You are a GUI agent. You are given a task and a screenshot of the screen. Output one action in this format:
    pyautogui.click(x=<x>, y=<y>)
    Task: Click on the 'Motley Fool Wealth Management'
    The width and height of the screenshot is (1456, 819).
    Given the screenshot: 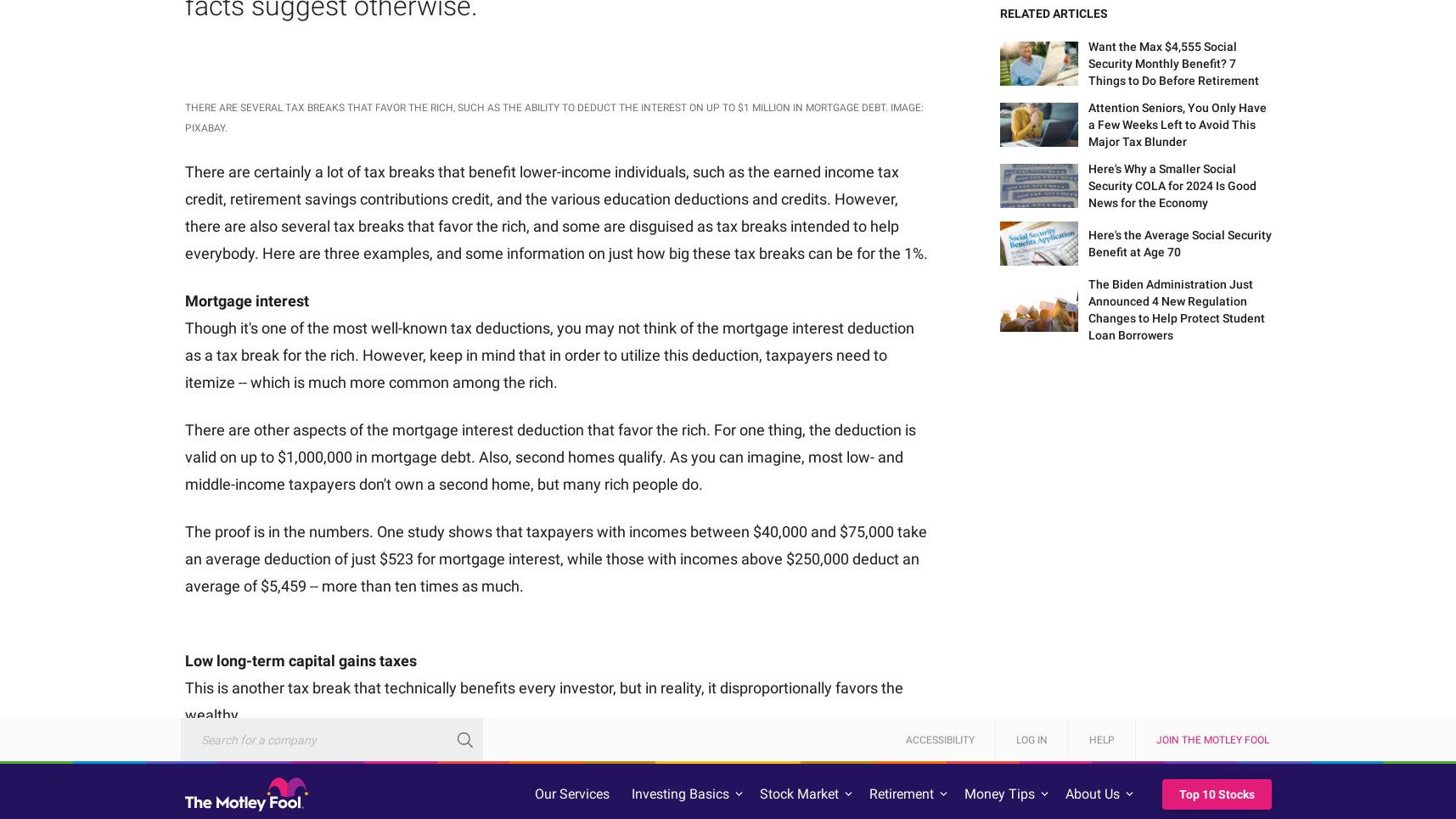 What is the action you would take?
    pyautogui.click(x=1119, y=710)
    